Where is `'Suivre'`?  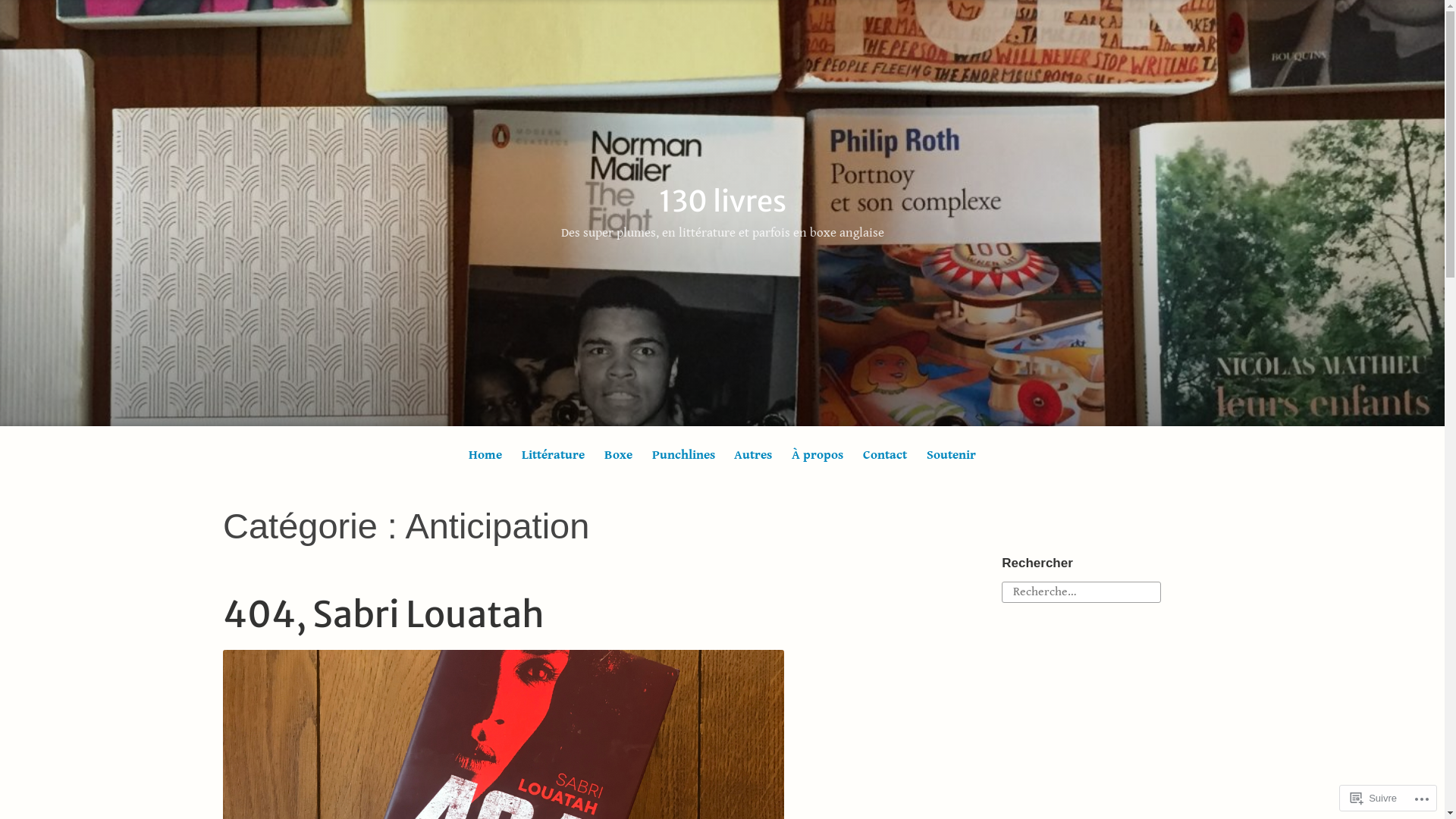 'Suivre' is located at coordinates (1373, 797).